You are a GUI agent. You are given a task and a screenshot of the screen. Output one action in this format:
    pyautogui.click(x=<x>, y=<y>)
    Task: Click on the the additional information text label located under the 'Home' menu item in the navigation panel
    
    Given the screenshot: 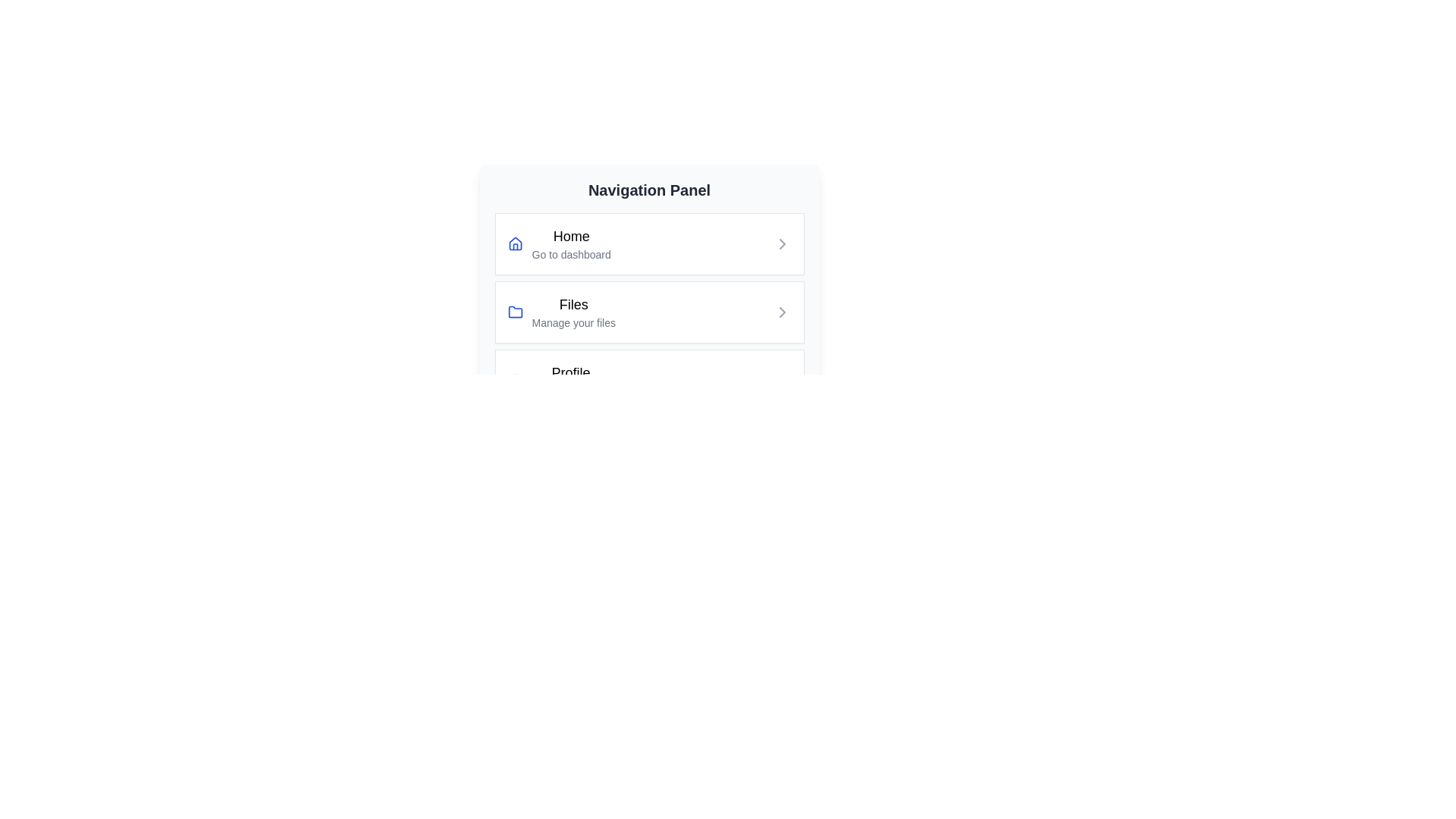 What is the action you would take?
    pyautogui.click(x=570, y=253)
    